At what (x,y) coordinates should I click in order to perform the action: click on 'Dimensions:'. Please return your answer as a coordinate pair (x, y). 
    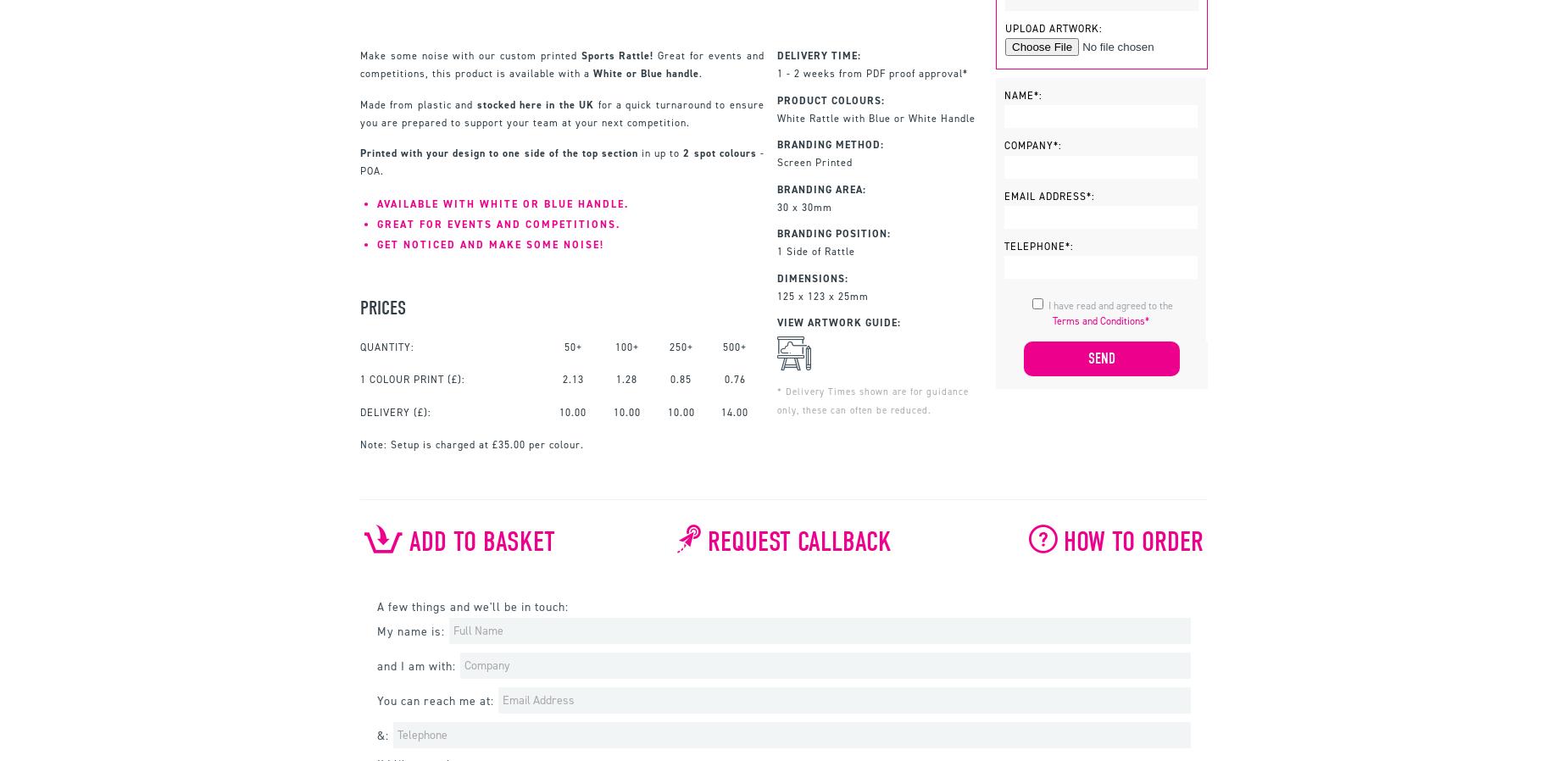
    Looking at the image, I should click on (810, 278).